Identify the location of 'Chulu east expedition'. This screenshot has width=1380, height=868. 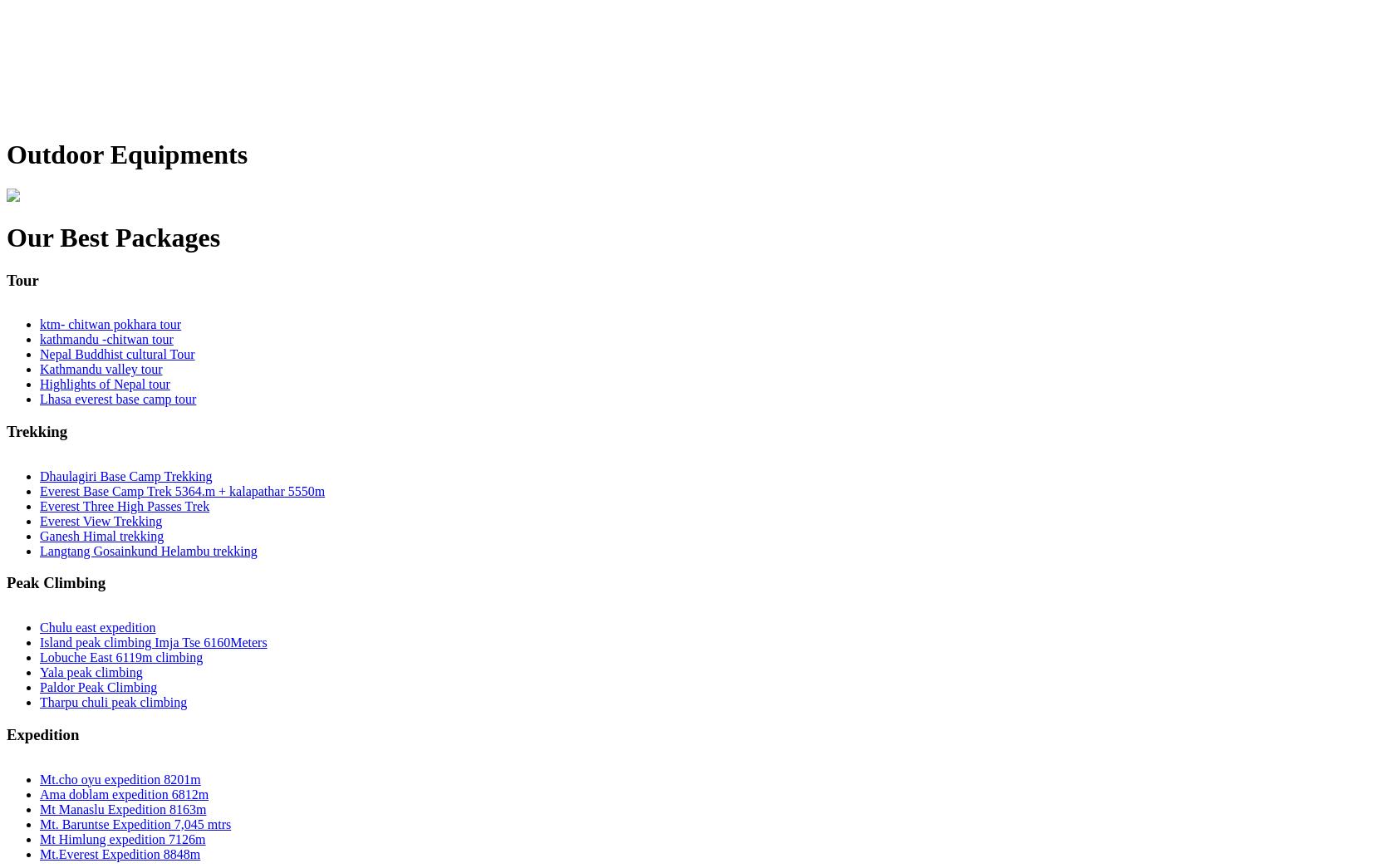
(97, 626).